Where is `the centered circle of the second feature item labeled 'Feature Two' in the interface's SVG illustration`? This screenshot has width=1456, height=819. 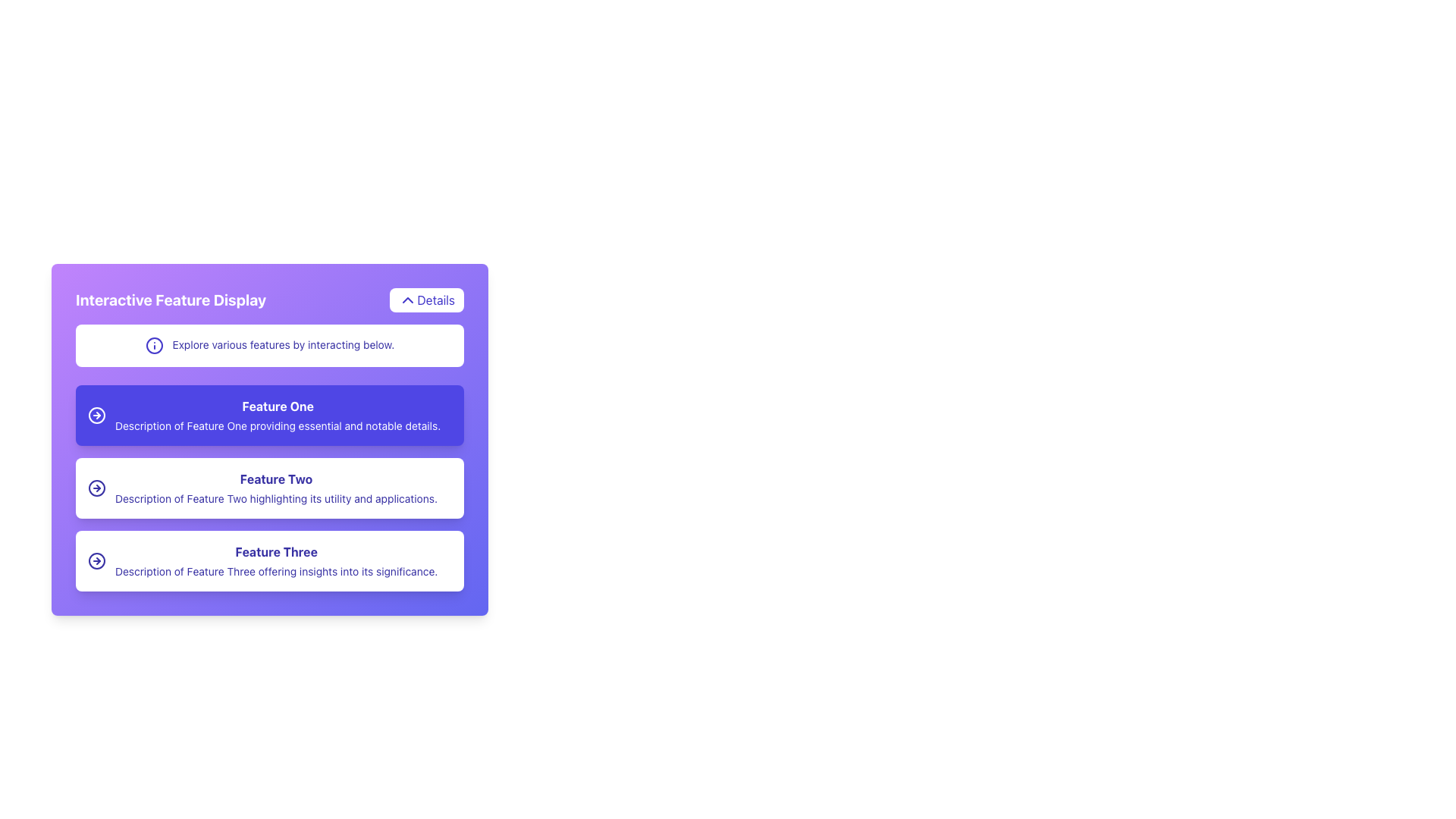 the centered circle of the second feature item labeled 'Feature Two' in the interface's SVG illustration is located at coordinates (96, 488).